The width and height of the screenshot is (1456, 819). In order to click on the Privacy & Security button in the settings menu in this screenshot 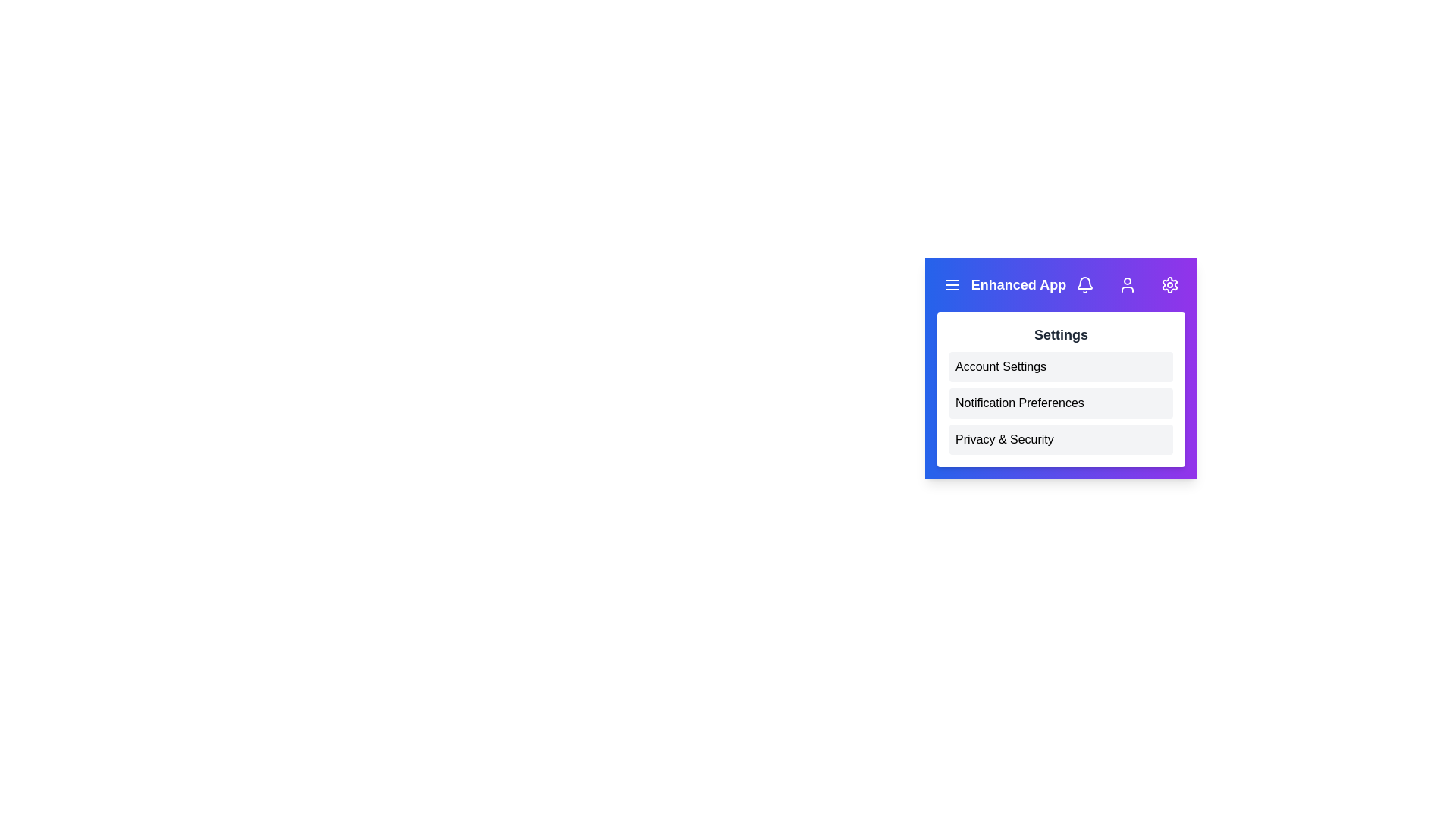, I will do `click(1060, 439)`.